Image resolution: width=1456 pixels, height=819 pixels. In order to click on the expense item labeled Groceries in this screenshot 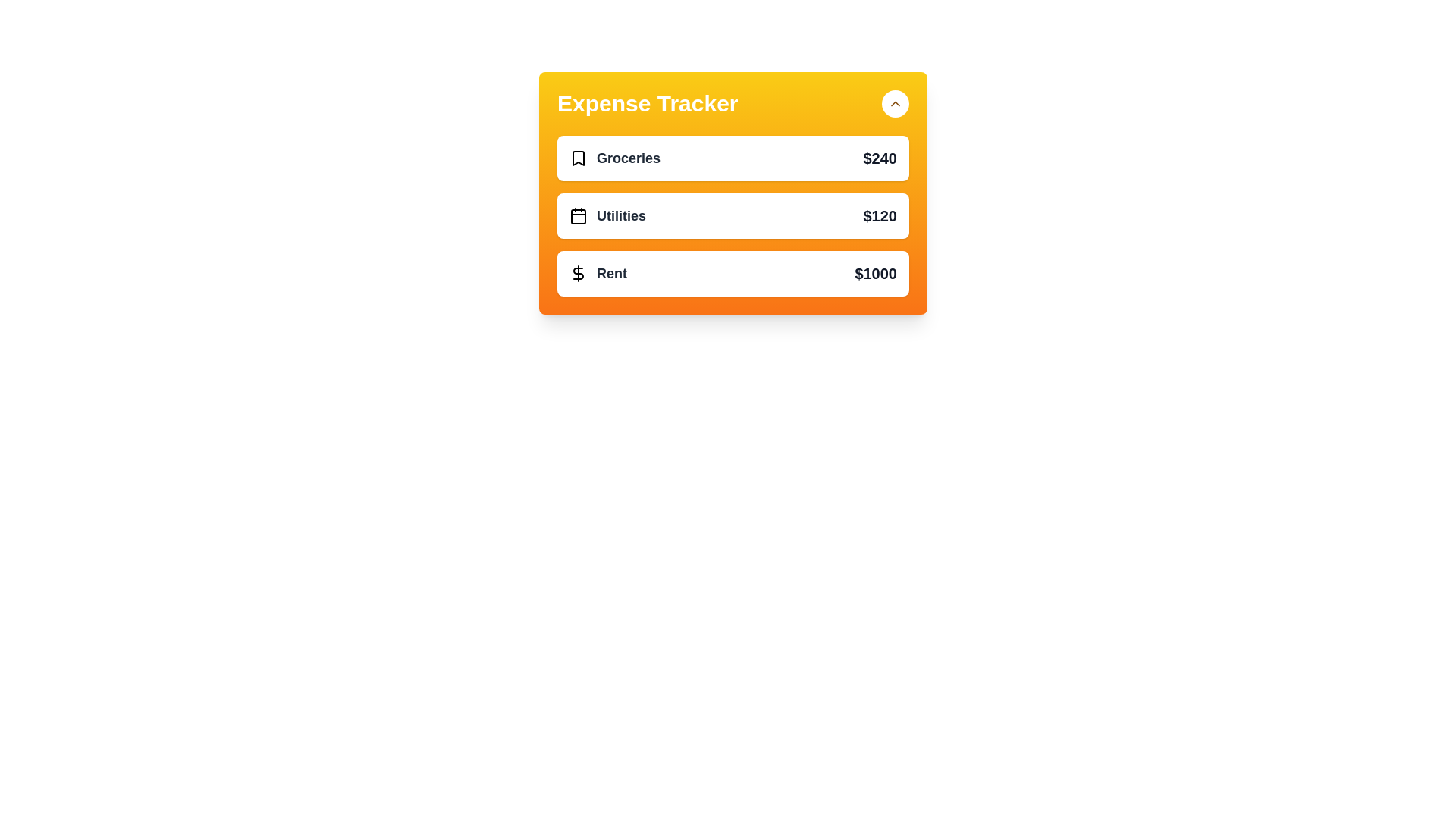, I will do `click(733, 158)`.